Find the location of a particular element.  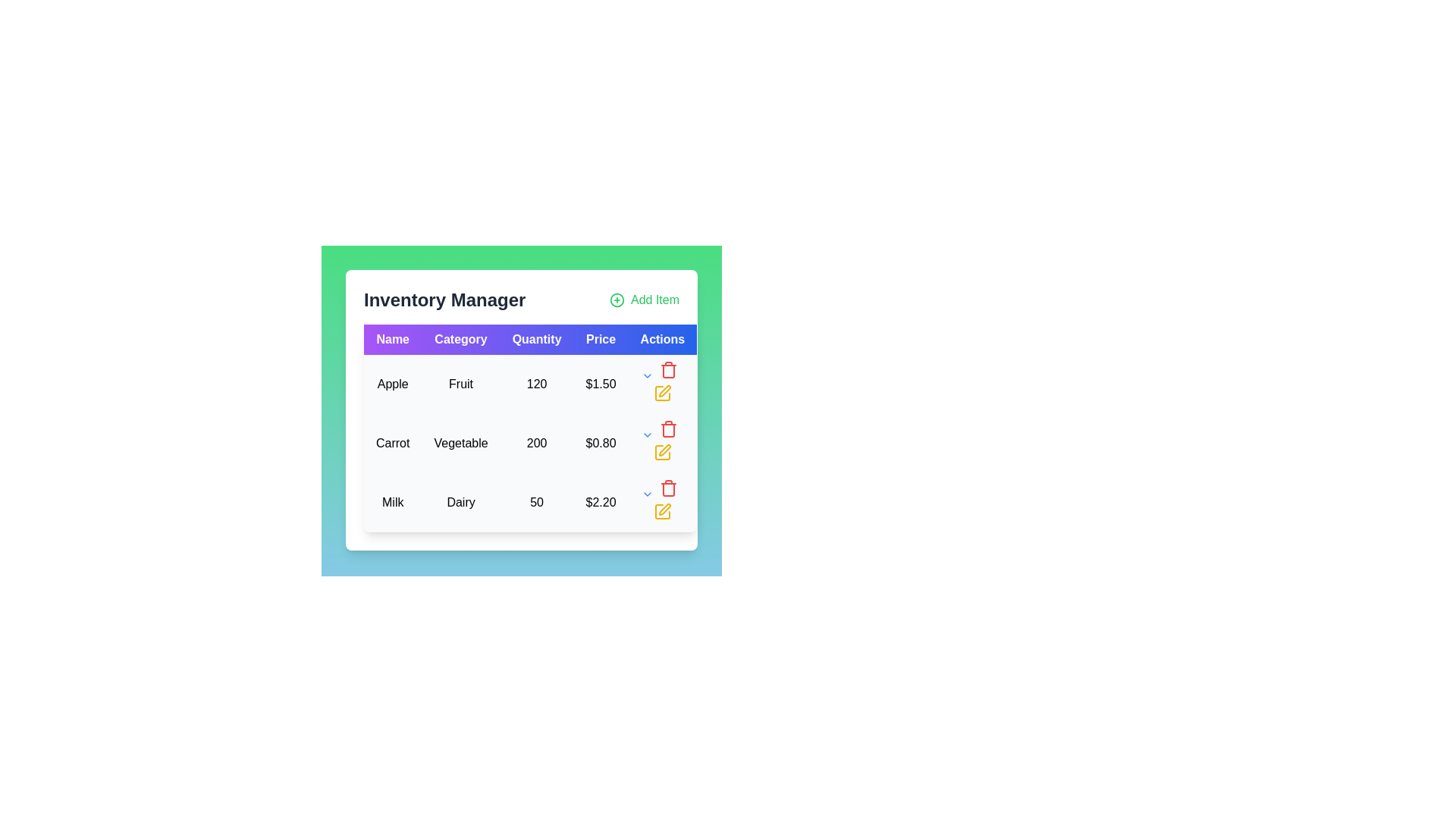

the edit icon button with a yellow pen symbol, located in the 'Actions' column of the last row for the 'Milk' item is located at coordinates (662, 512).